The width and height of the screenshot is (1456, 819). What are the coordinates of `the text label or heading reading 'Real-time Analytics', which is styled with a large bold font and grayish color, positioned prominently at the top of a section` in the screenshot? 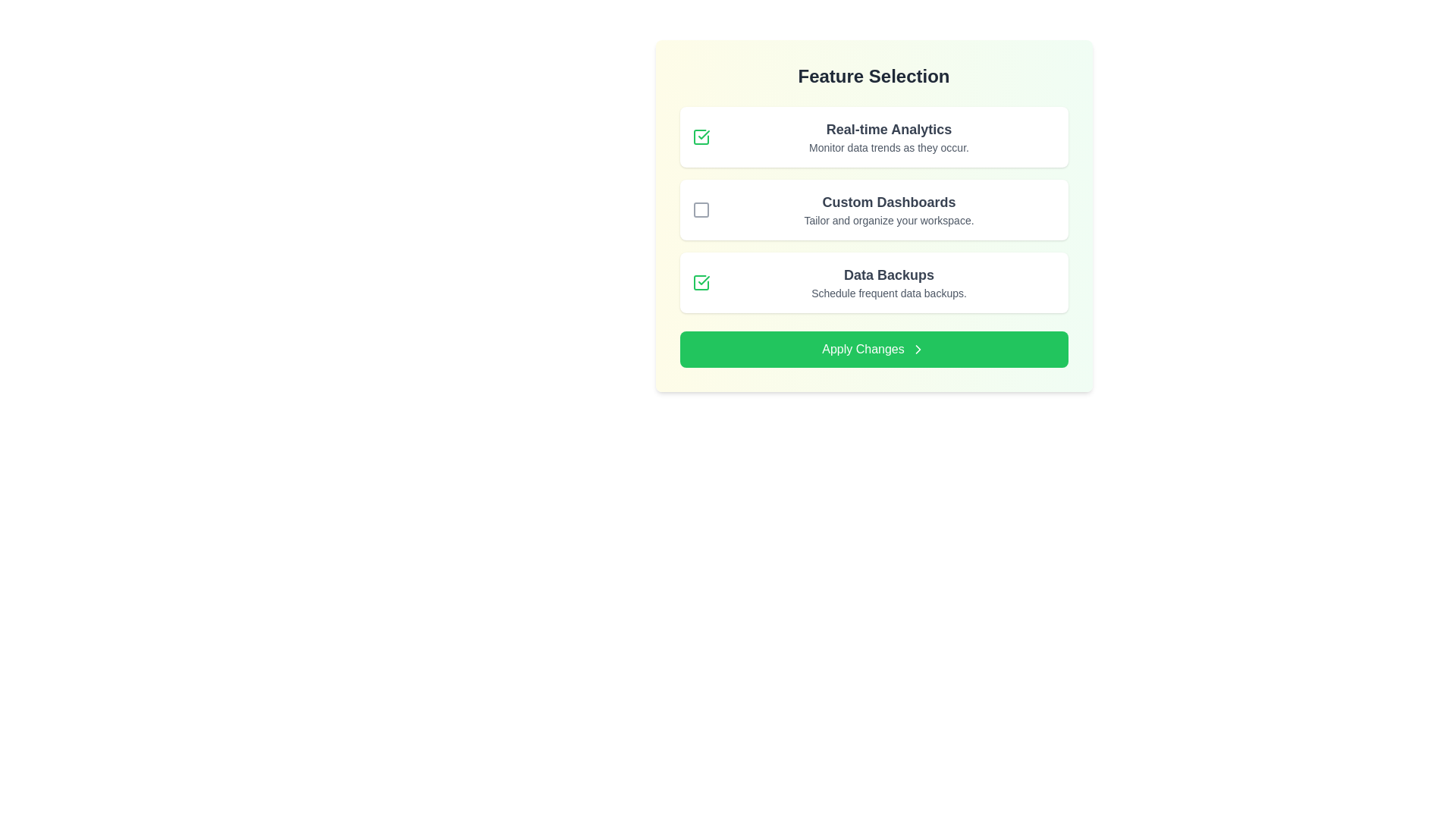 It's located at (889, 128).